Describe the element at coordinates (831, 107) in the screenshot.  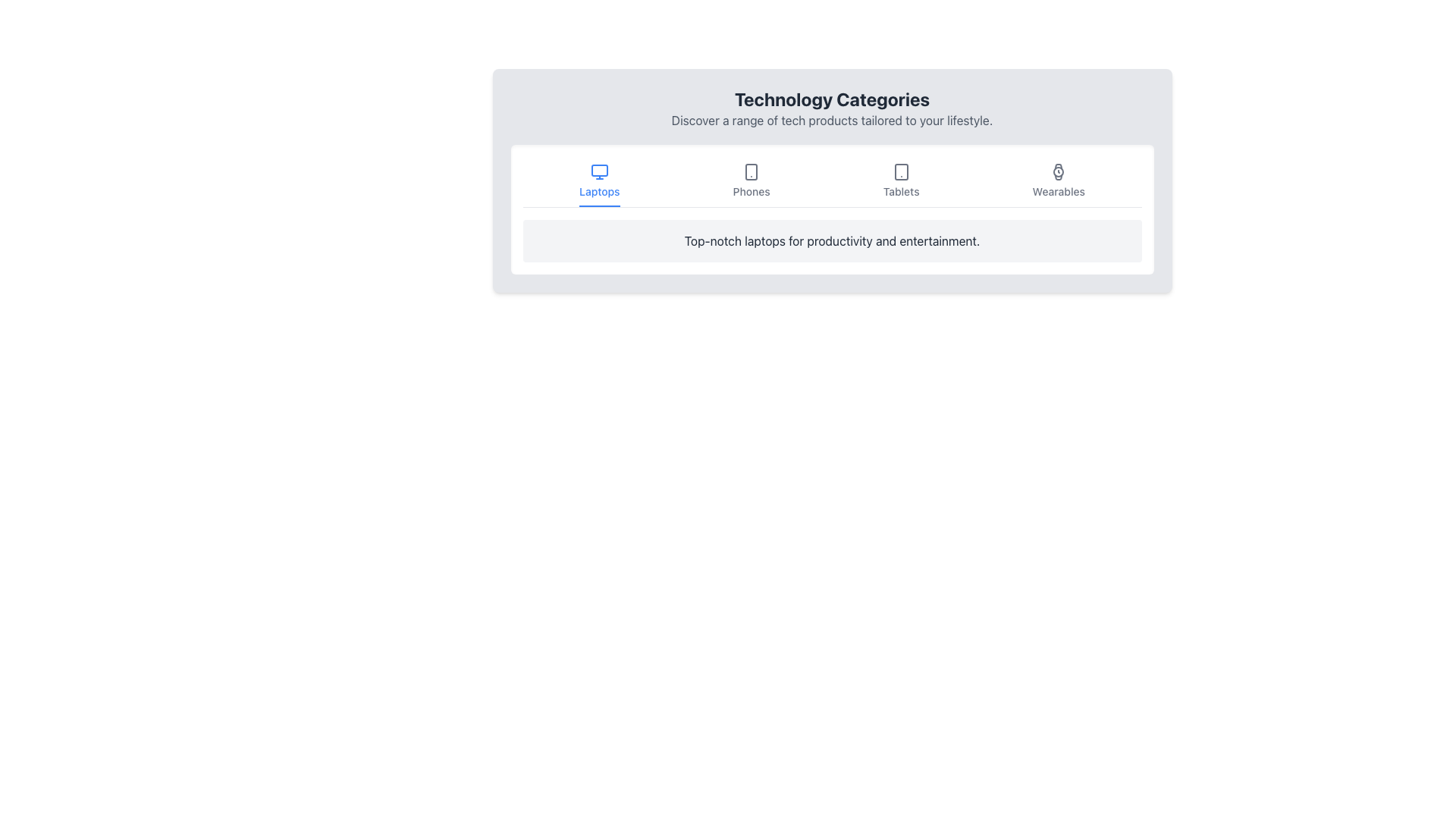
I see `the Header with subheading that introduces the user to the content of the section, located centrally above the interactive icons for product categories` at that location.